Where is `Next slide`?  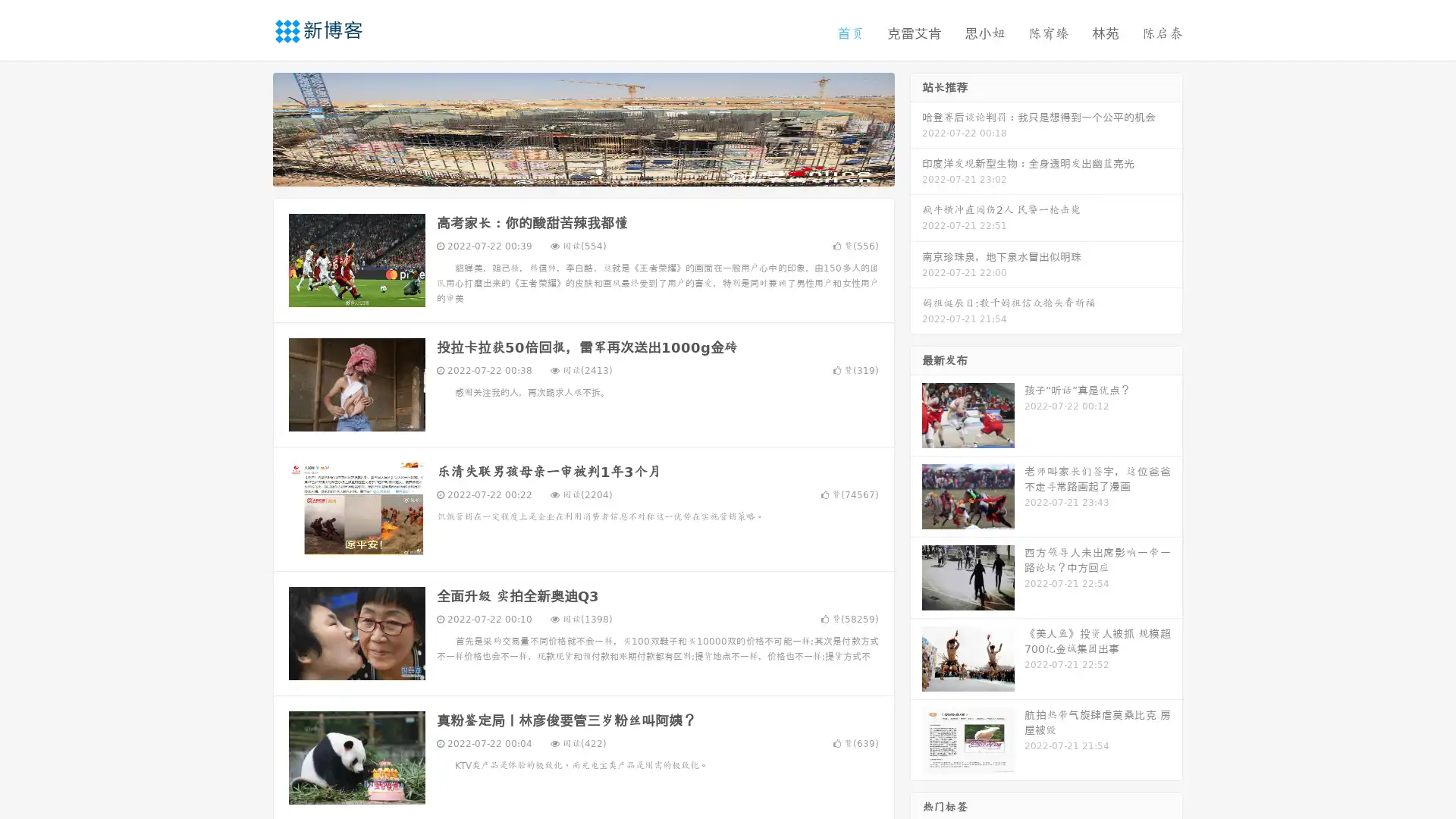
Next slide is located at coordinates (916, 127).